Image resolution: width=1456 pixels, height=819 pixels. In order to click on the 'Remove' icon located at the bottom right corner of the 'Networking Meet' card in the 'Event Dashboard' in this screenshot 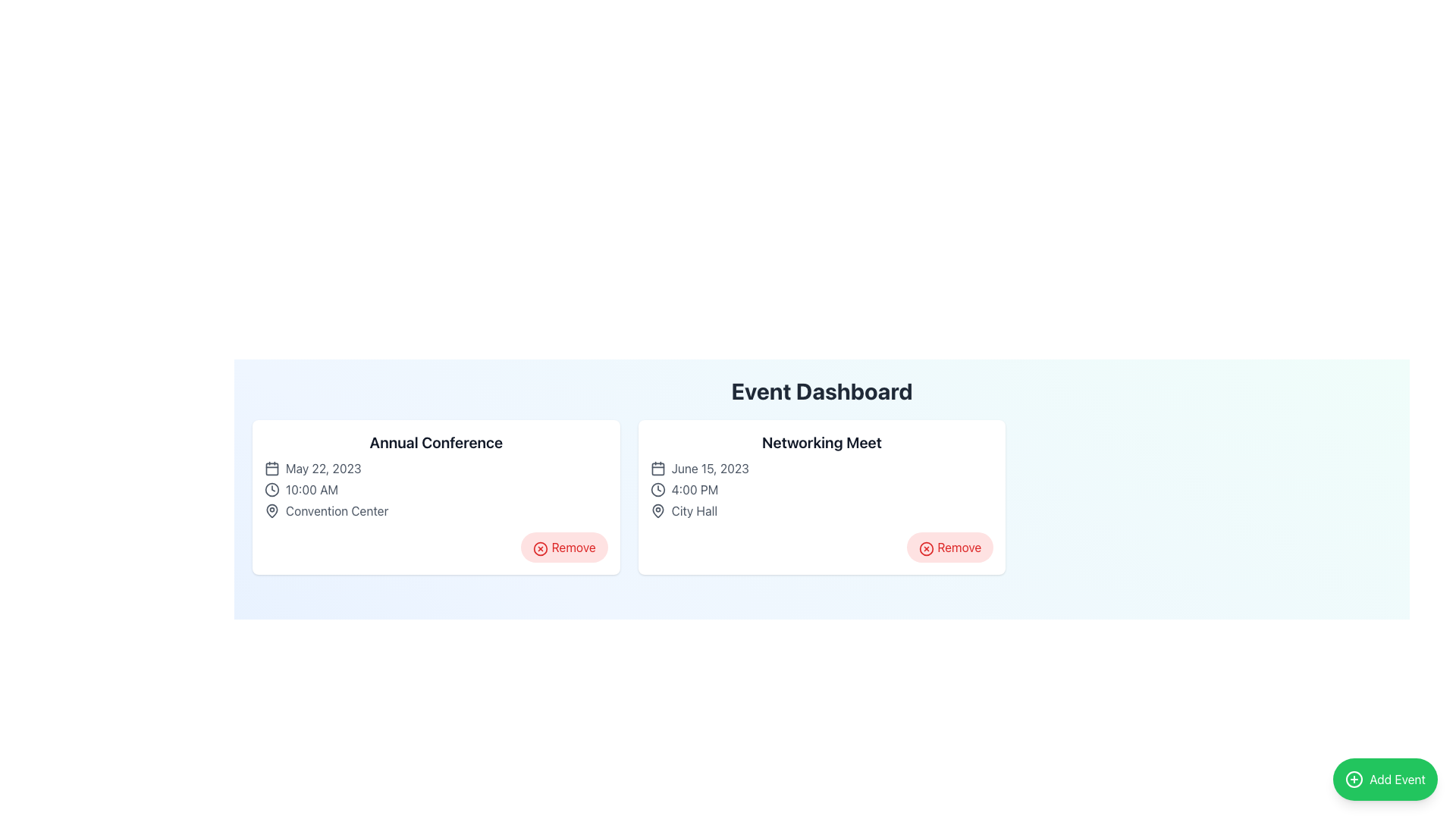, I will do `click(926, 548)`.